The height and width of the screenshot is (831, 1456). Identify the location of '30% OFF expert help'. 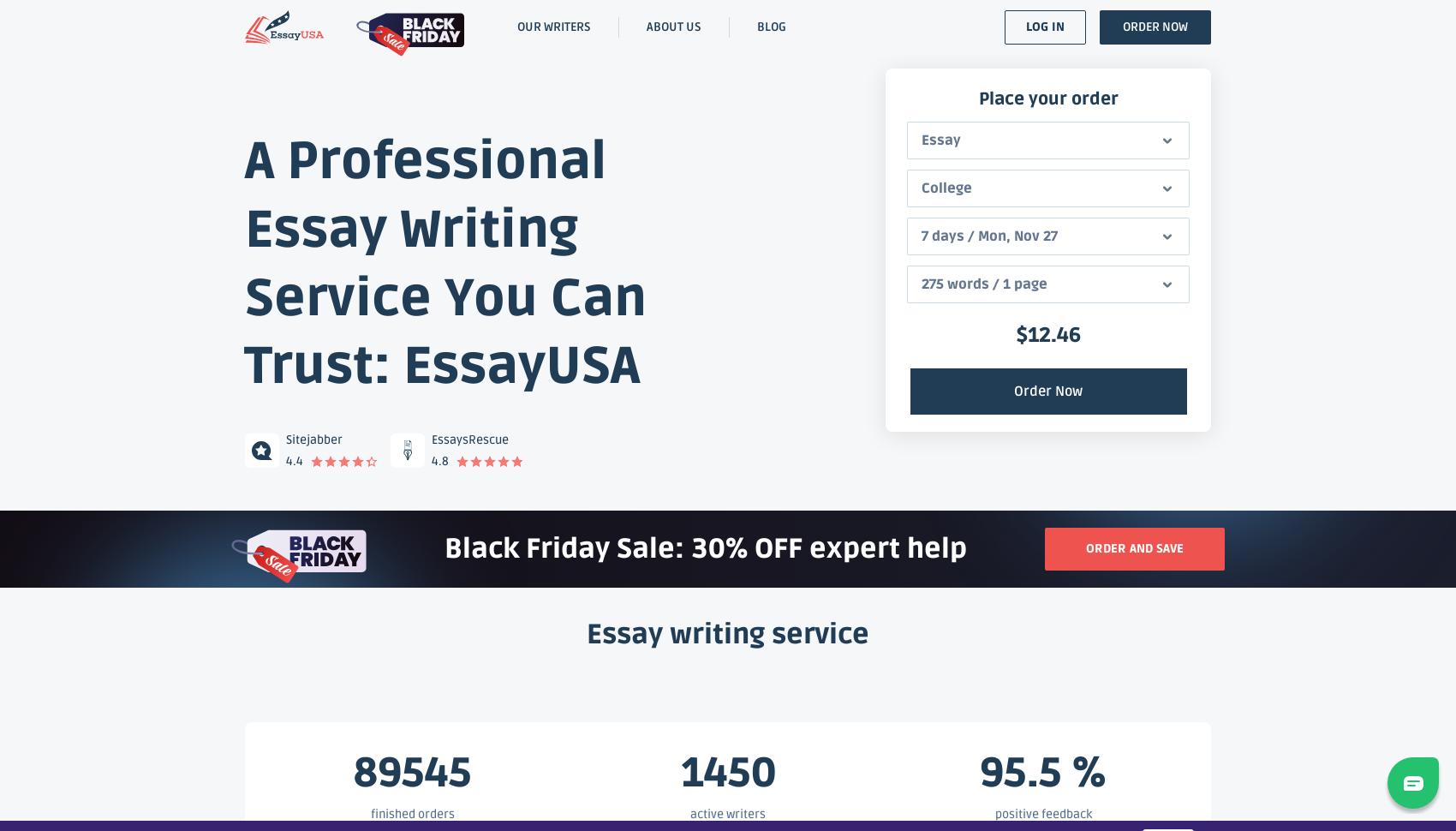
(825, 547).